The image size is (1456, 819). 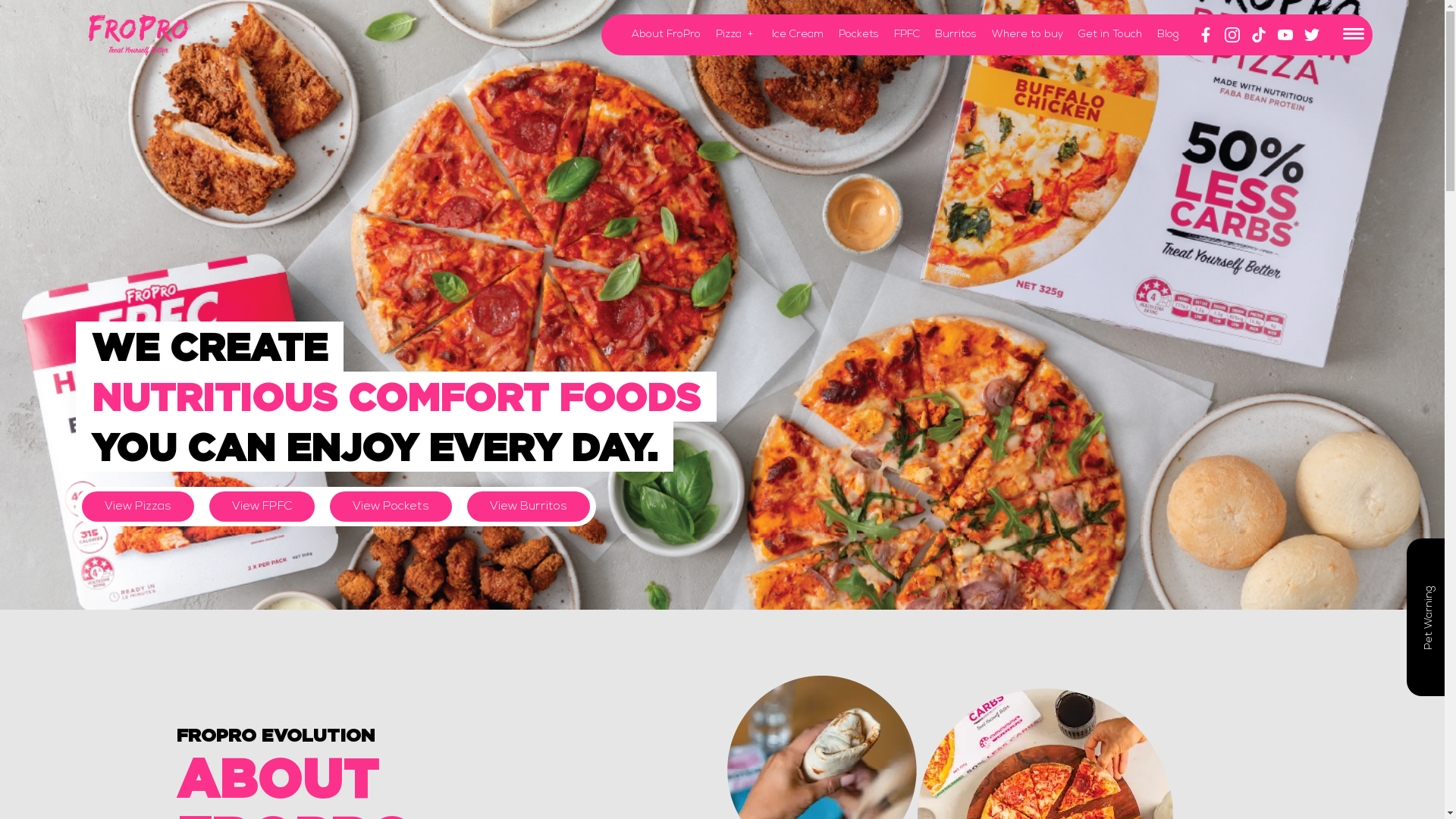 What do you see at coordinates (81, 506) in the screenshot?
I see `'View Pizzas'` at bounding box center [81, 506].